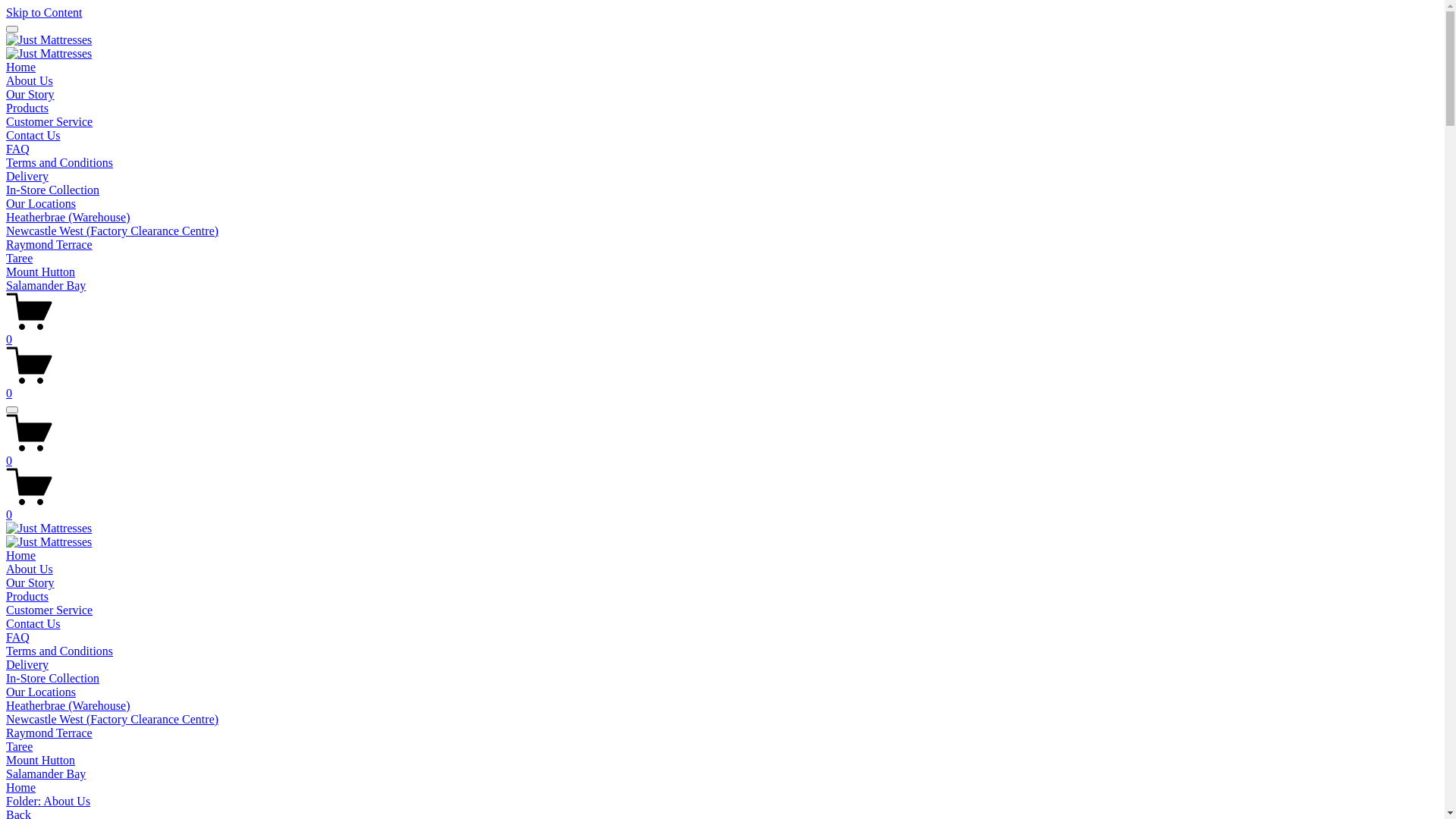 The width and height of the screenshot is (1456, 819). Describe the element at coordinates (45, 285) in the screenshot. I see `'Salamander Bay'` at that location.